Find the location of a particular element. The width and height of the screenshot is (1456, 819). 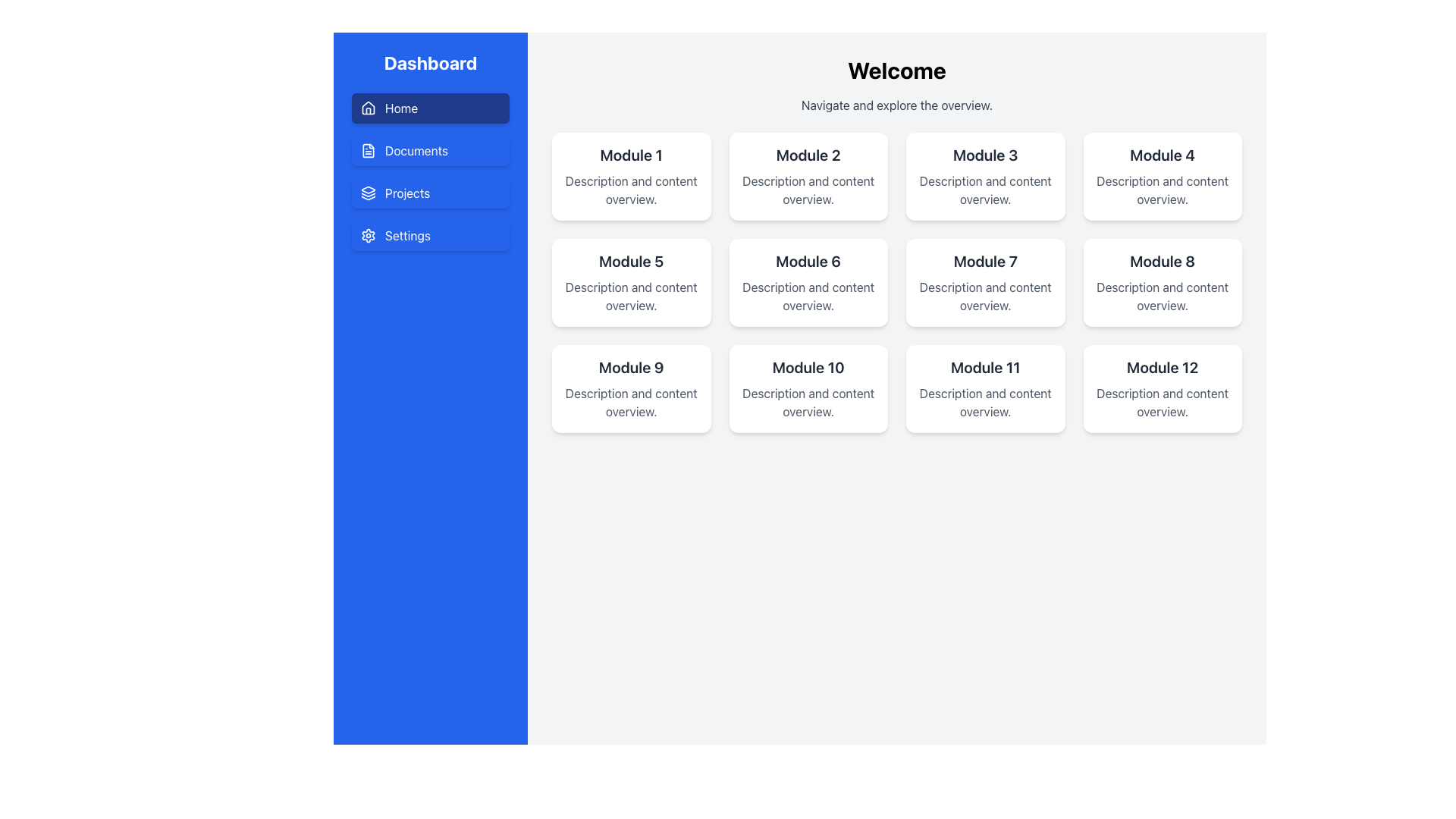

text component displaying 'Description and content overview.' which is styled in gray and located beneath the header 'Module 3.' is located at coordinates (985, 189).